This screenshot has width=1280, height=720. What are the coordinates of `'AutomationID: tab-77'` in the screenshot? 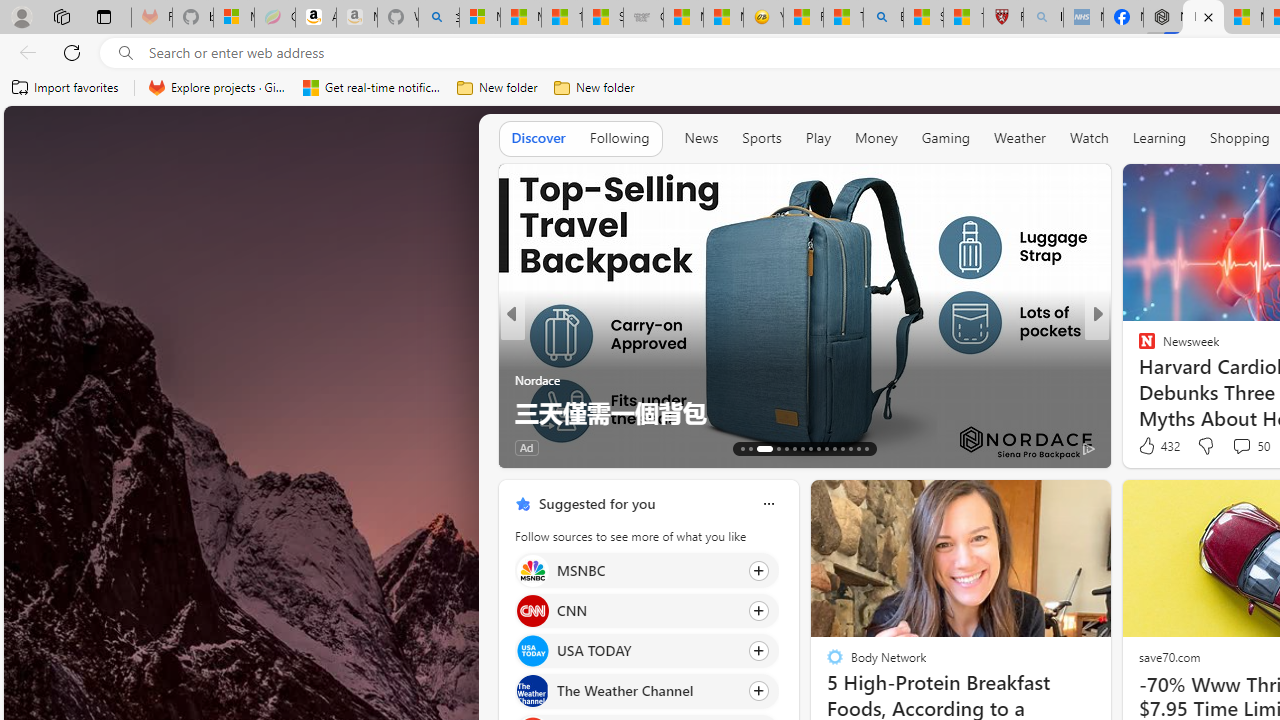 It's located at (842, 447).